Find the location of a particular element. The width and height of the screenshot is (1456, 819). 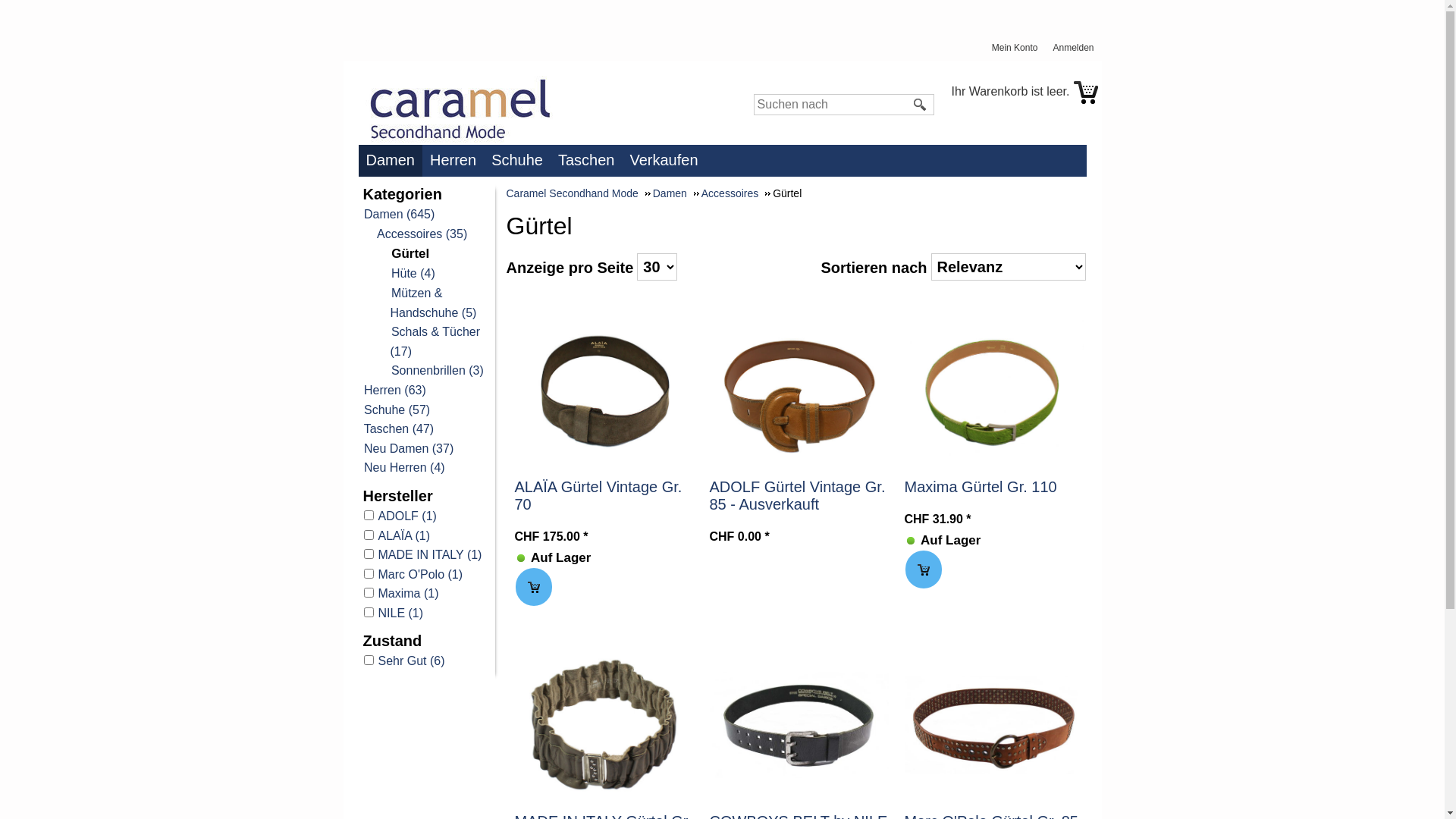

'Auf Lager' is located at coordinates (910, 540).